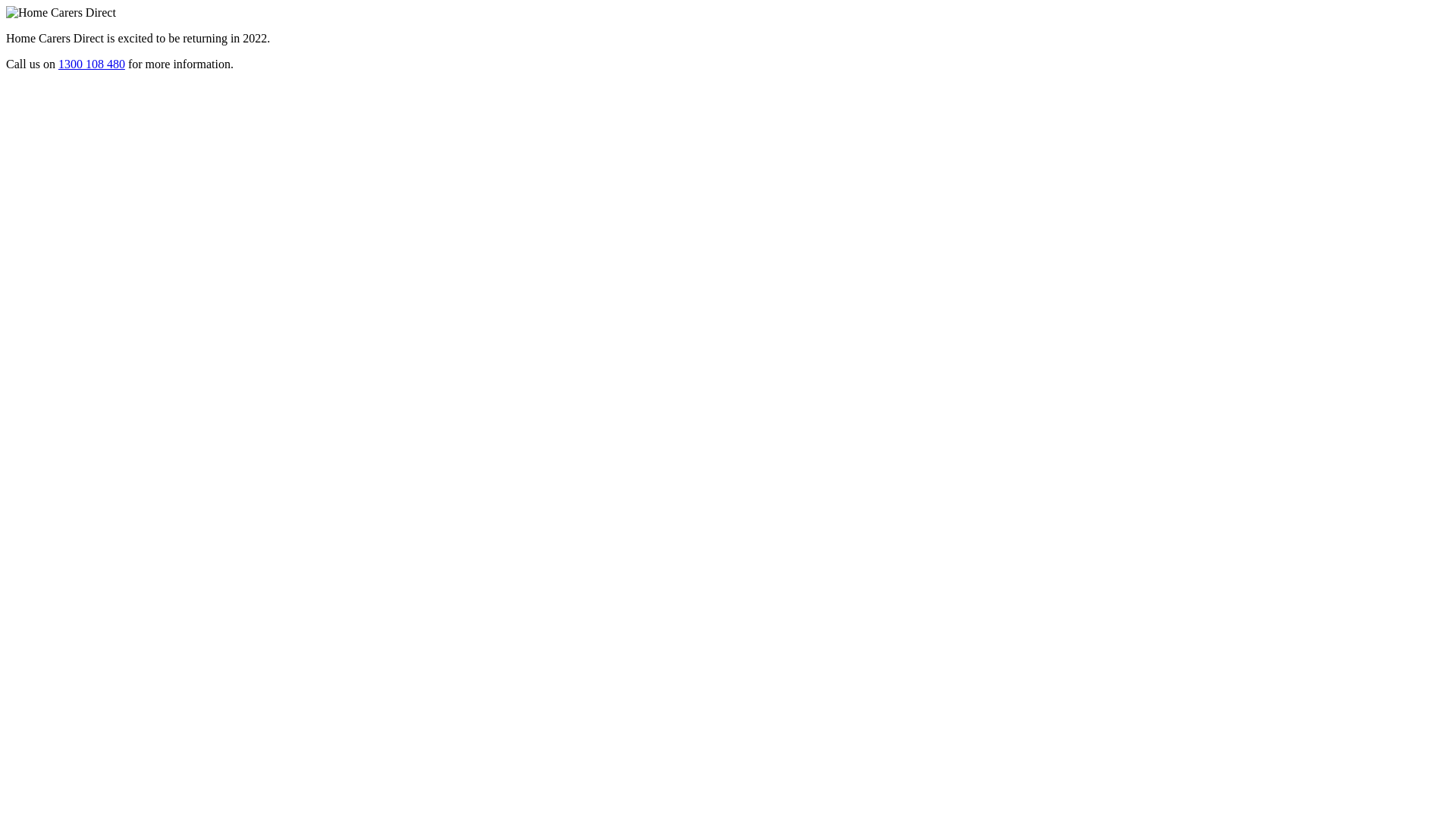 The height and width of the screenshot is (819, 1456). Describe the element at coordinates (90, 63) in the screenshot. I see `'1300 108 480'` at that location.